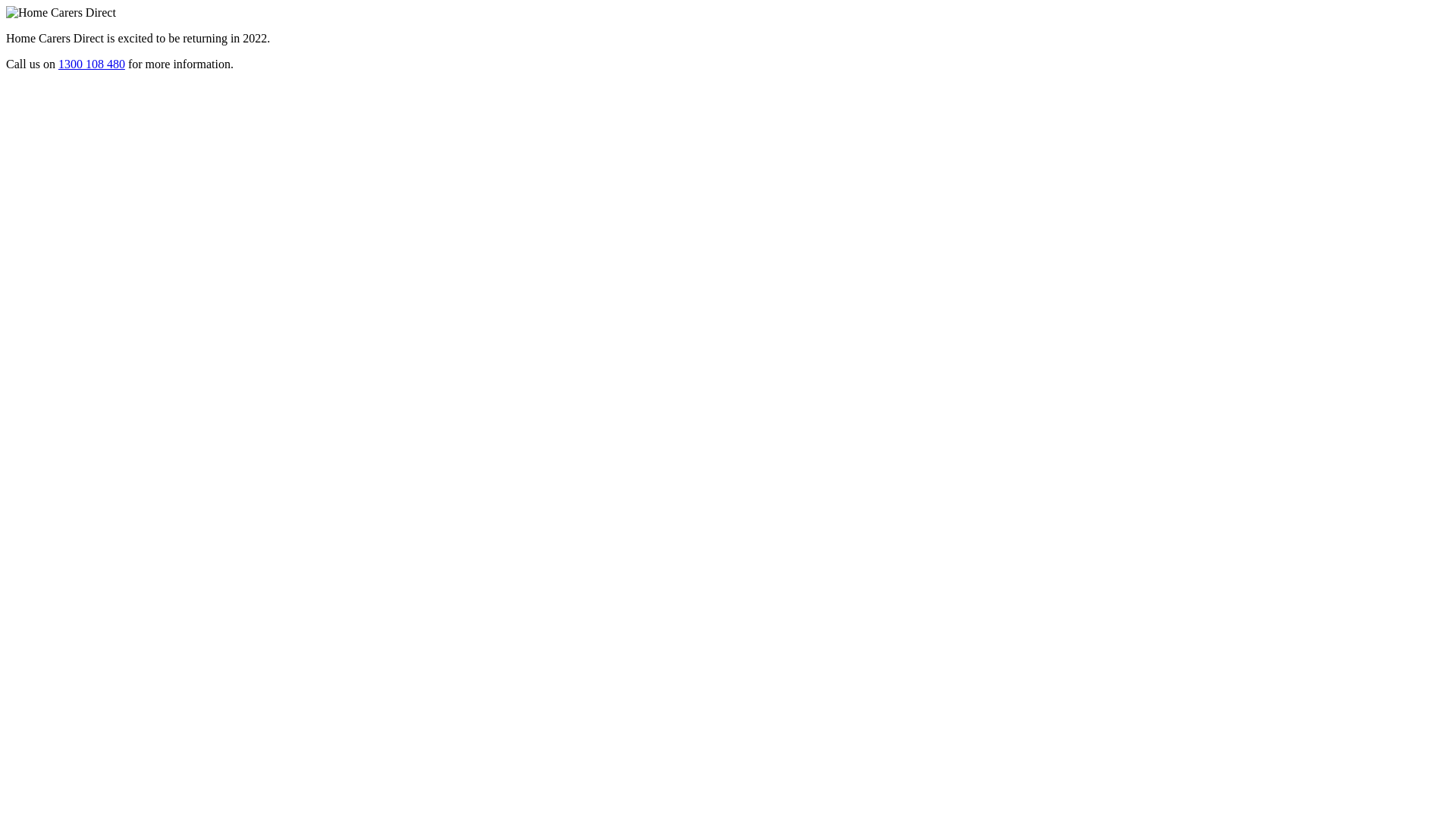 The height and width of the screenshot is (819, 1456). Describe the element at coordinates (90, 63) in the screenshot. I see `'1300 108 480'` at that location.